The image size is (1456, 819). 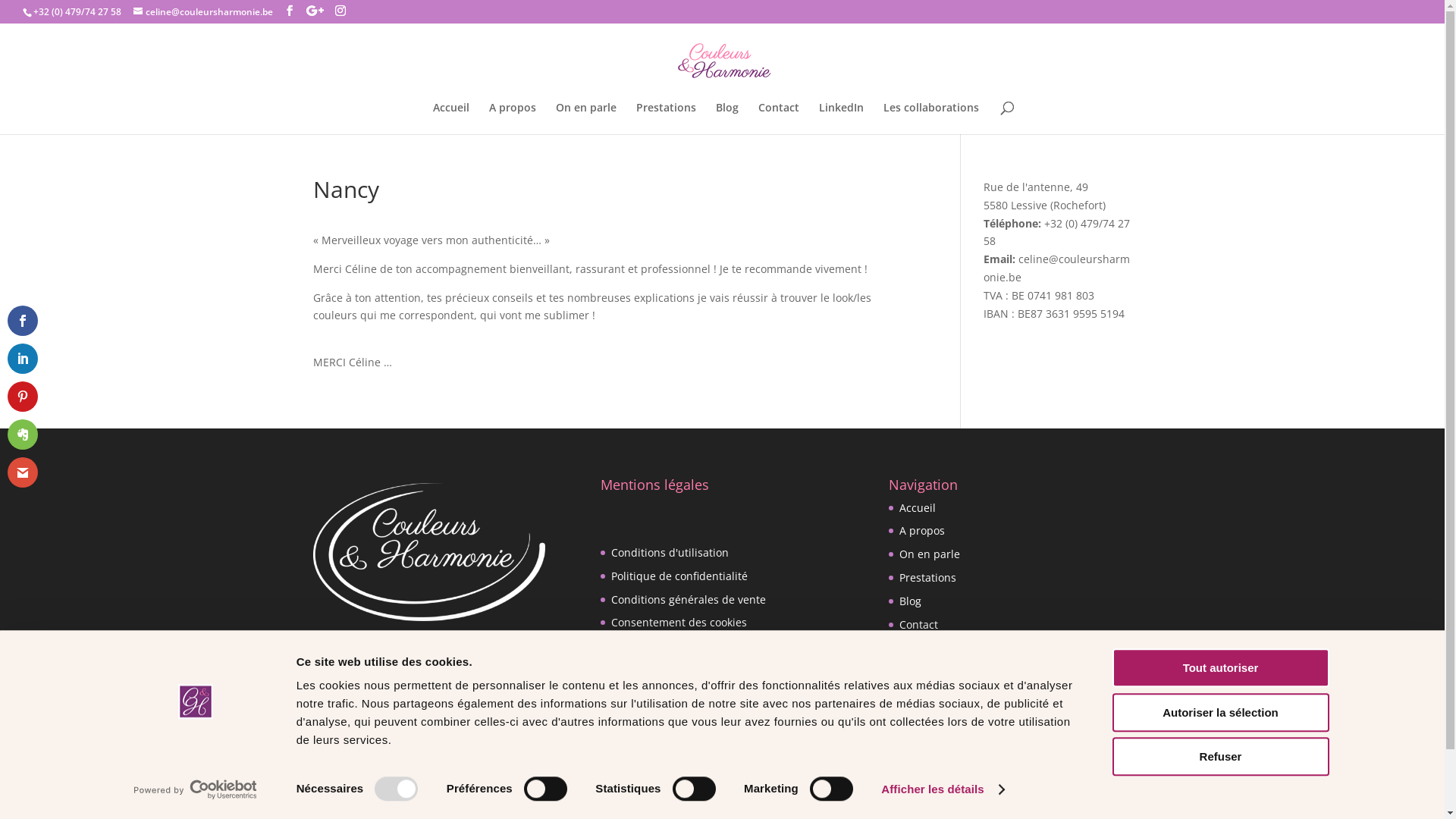 What do you see at coordinates (678, 622) in the screenshot?
I see `'Consentement des cookies'` at bounding box center [678, 622].